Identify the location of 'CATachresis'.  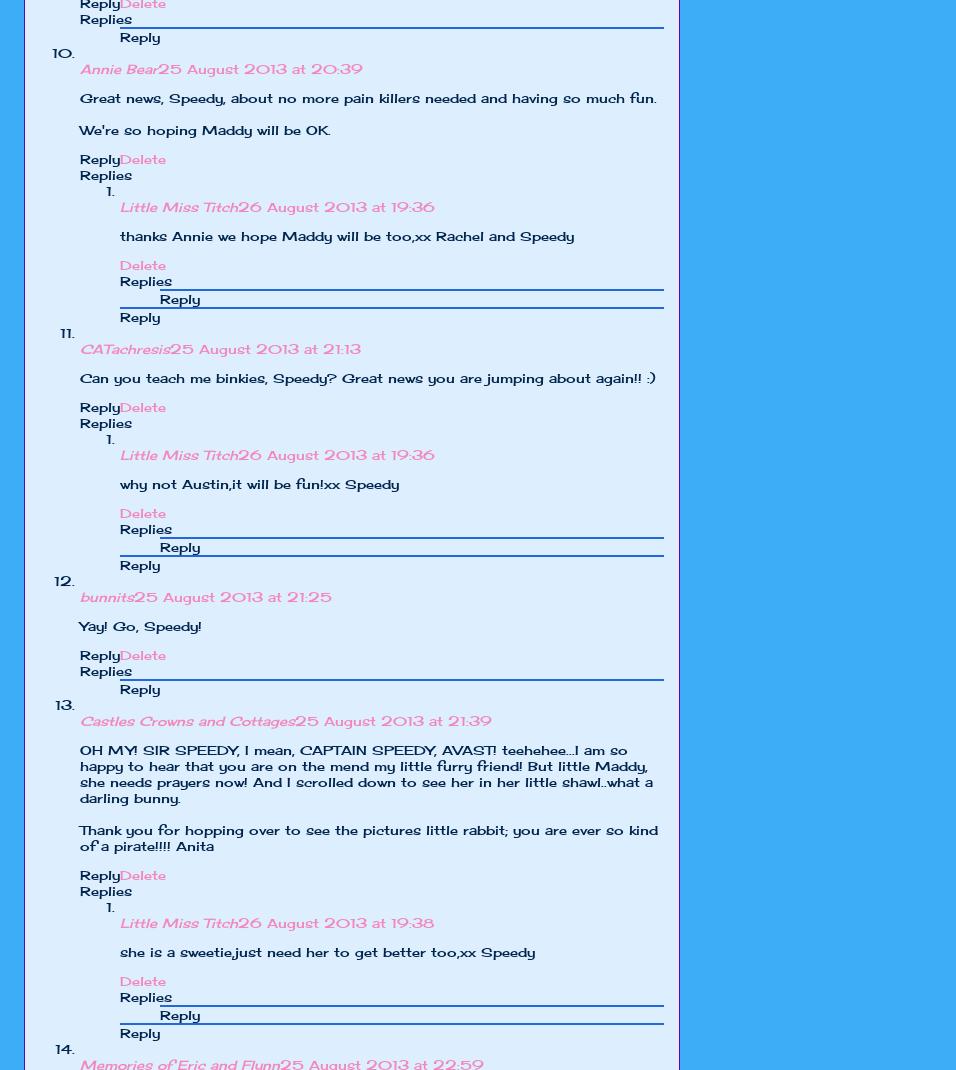
(125, 349).